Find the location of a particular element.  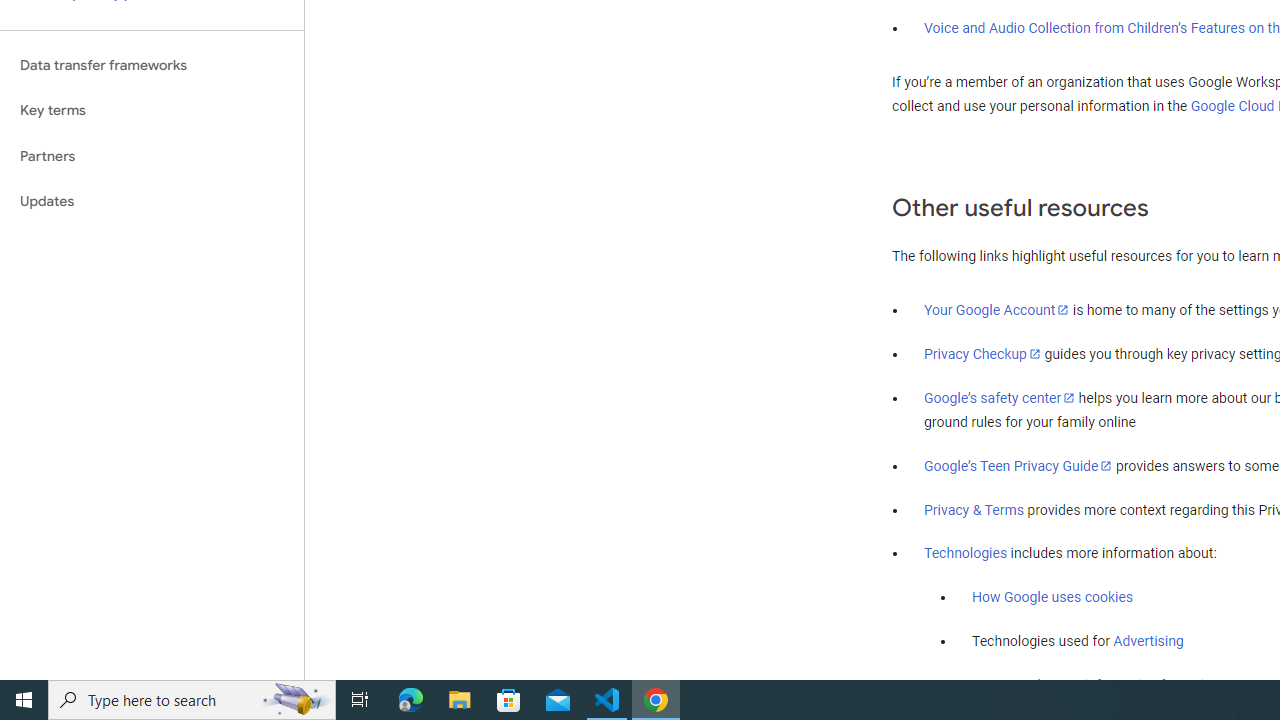

'Key terms' is located at coordinates (151, 110).